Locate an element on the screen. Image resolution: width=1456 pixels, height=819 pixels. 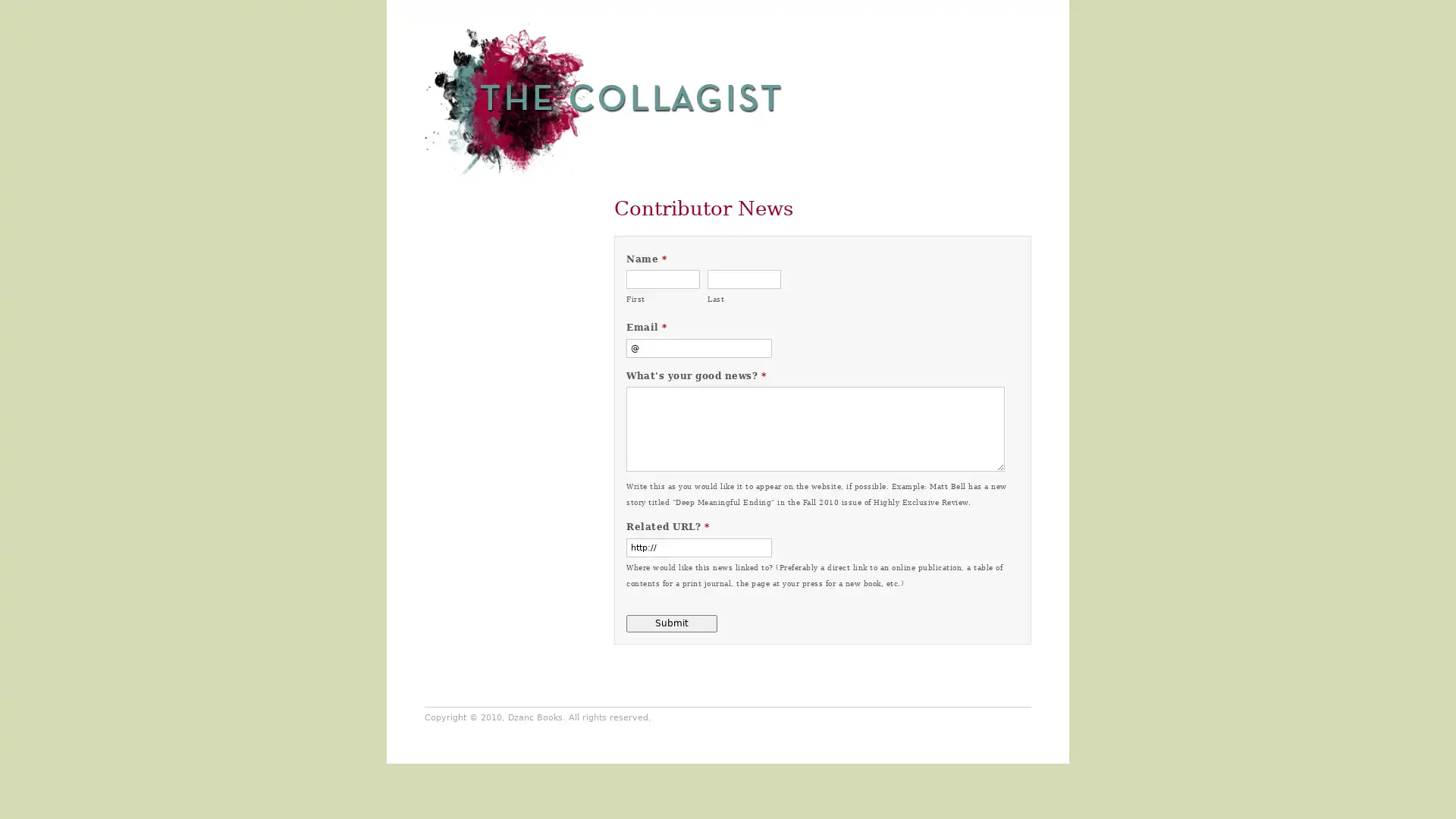
Submit is located at coordinates (671, 623).